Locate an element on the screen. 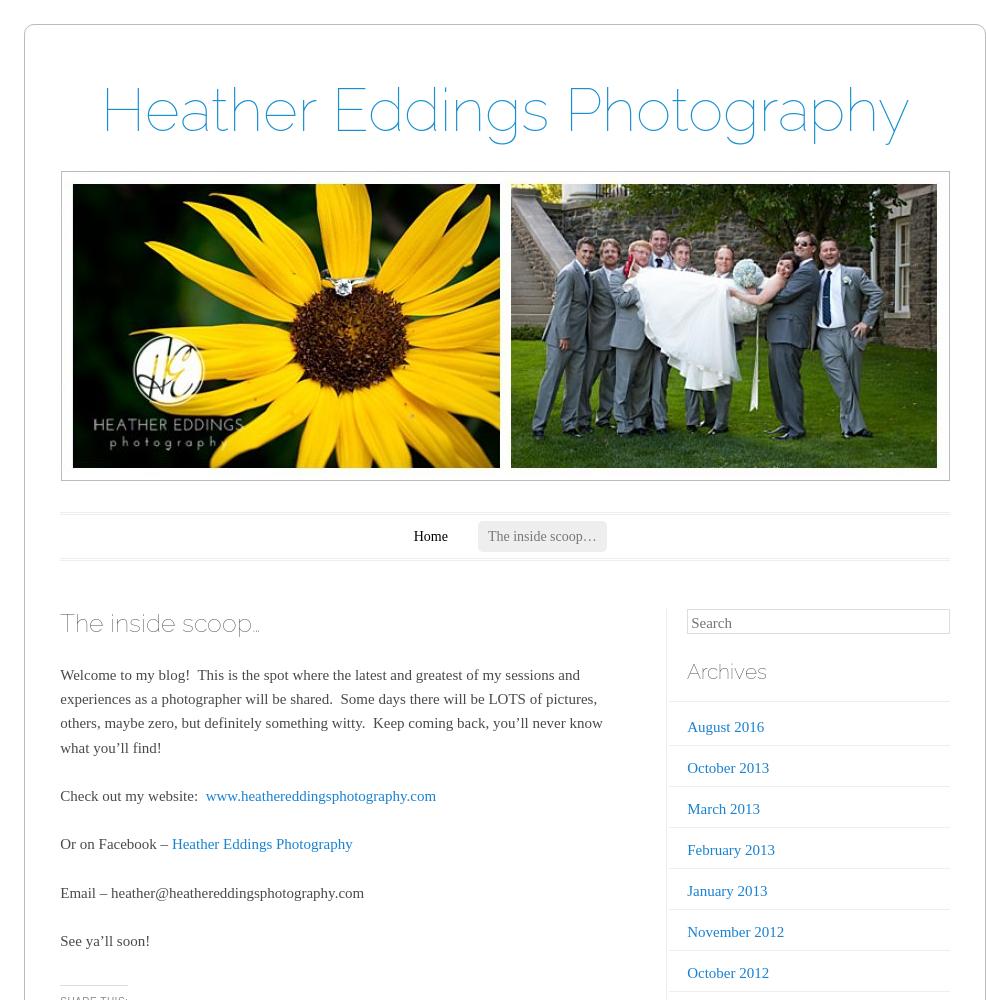 The height and width of the screenshot is (1000, 986). 'Archives' is located at coordinates (686, 670).